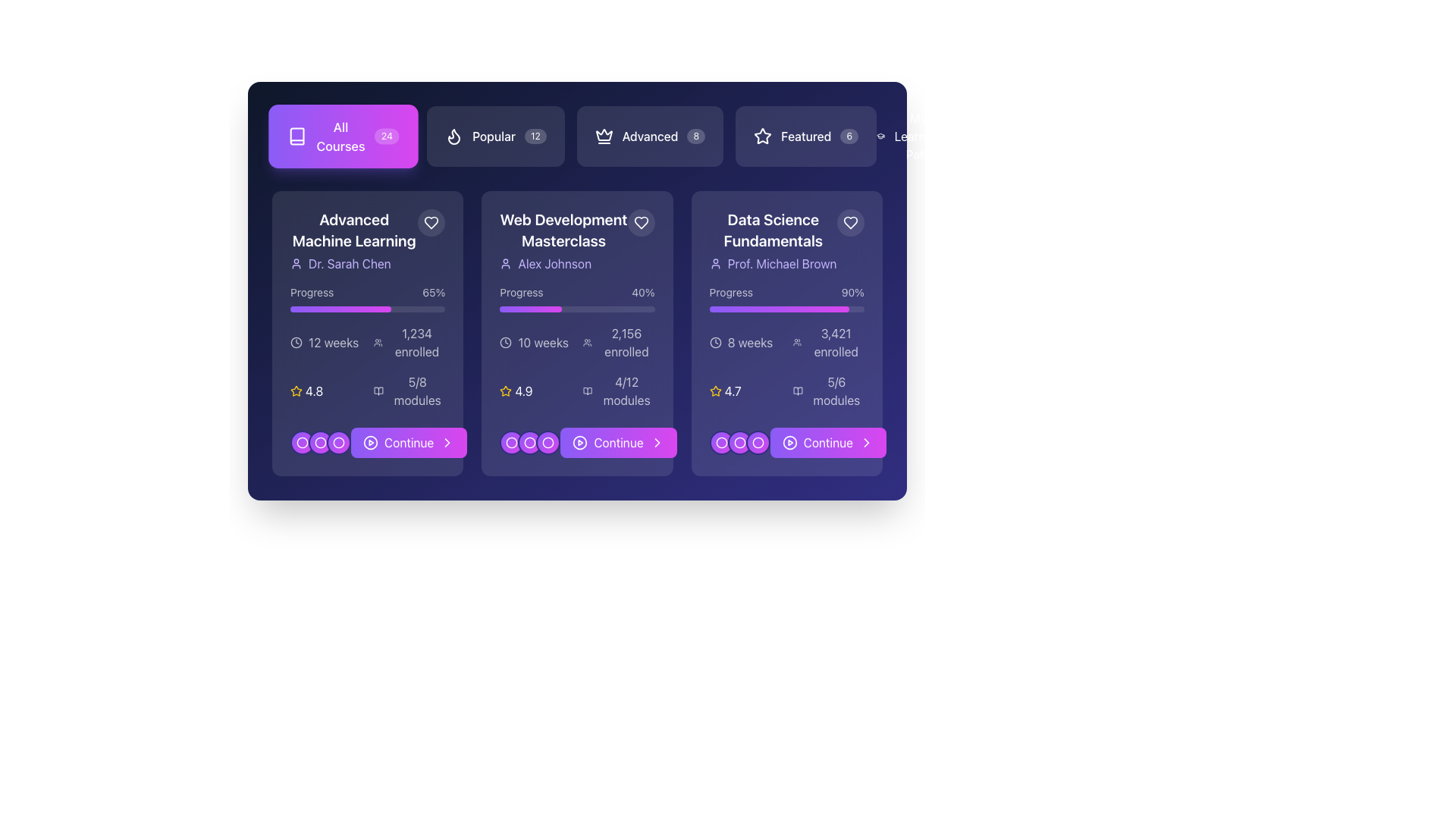 This screenshot has height=819, width=1456. What do you see at coordinates (773, 262) in the screenshot?
I see `the profile of 'Prof. Michael Brown' displayed` at bounding box center [773, 262].